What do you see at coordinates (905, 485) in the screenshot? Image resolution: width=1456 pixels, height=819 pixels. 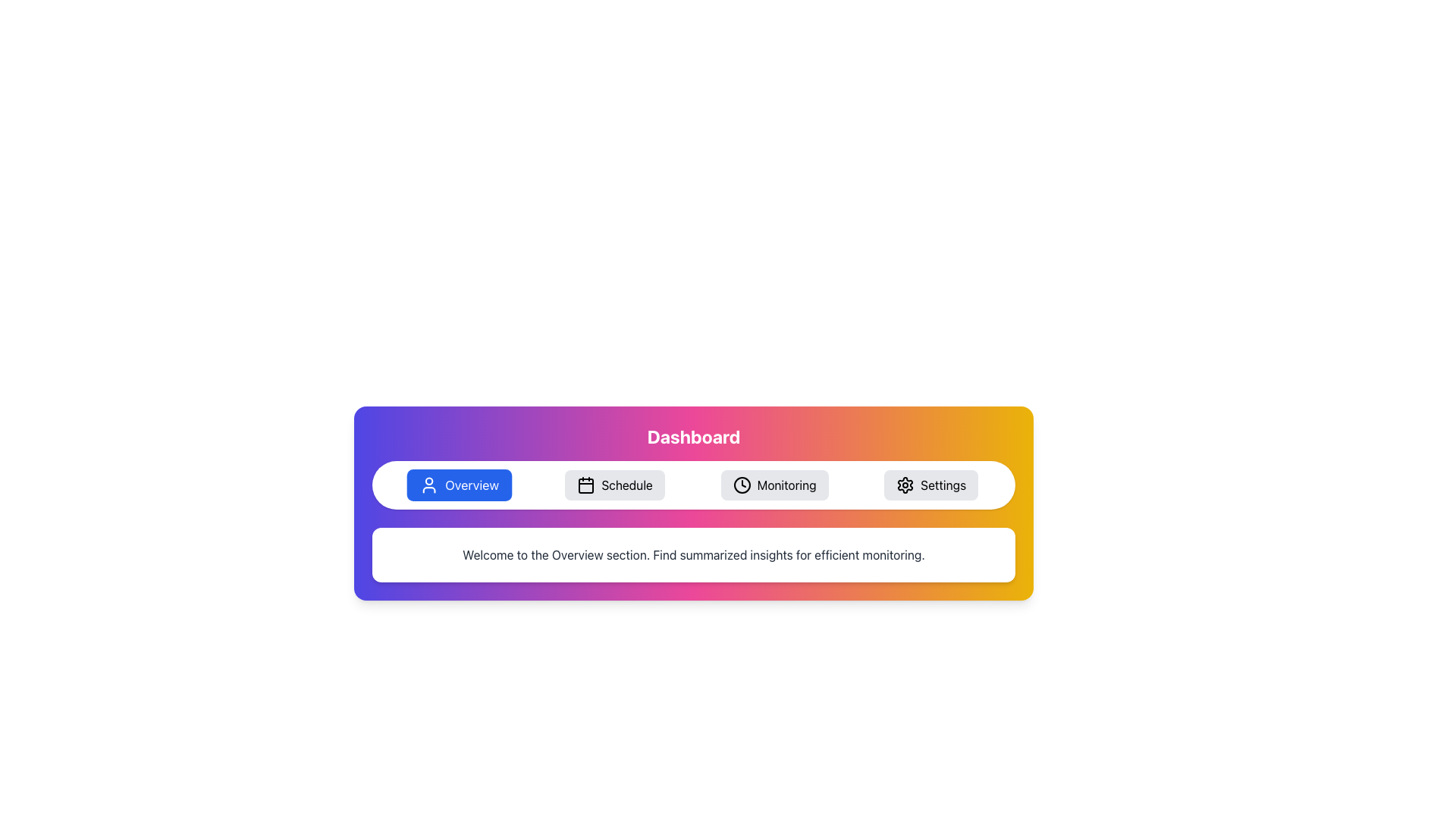 I see `the settings icon located on the far-right of the top navigation bar` at bounding box center [905, 485].